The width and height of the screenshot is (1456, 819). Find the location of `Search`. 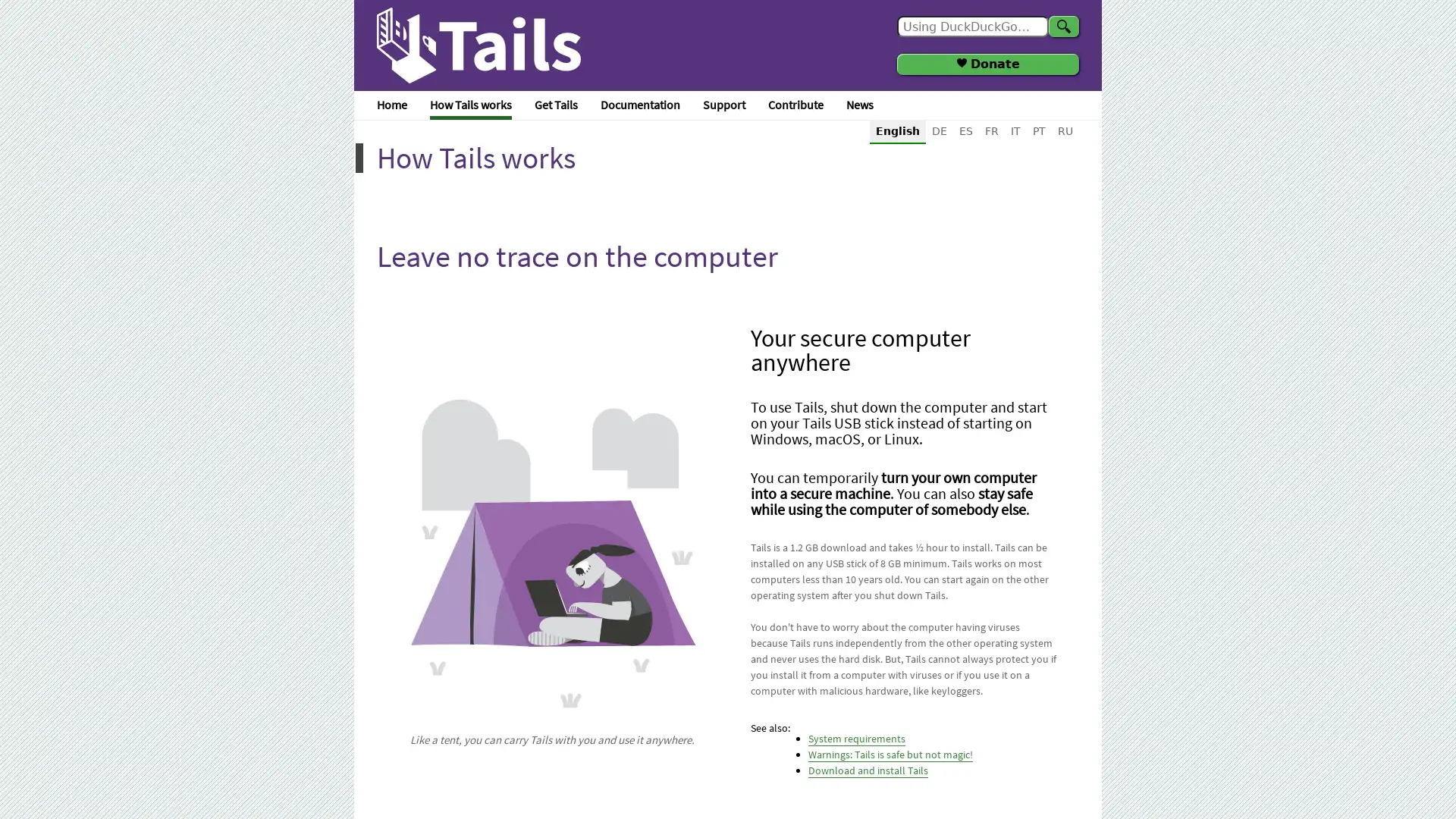

Search is located at coordinates (1062, 26).